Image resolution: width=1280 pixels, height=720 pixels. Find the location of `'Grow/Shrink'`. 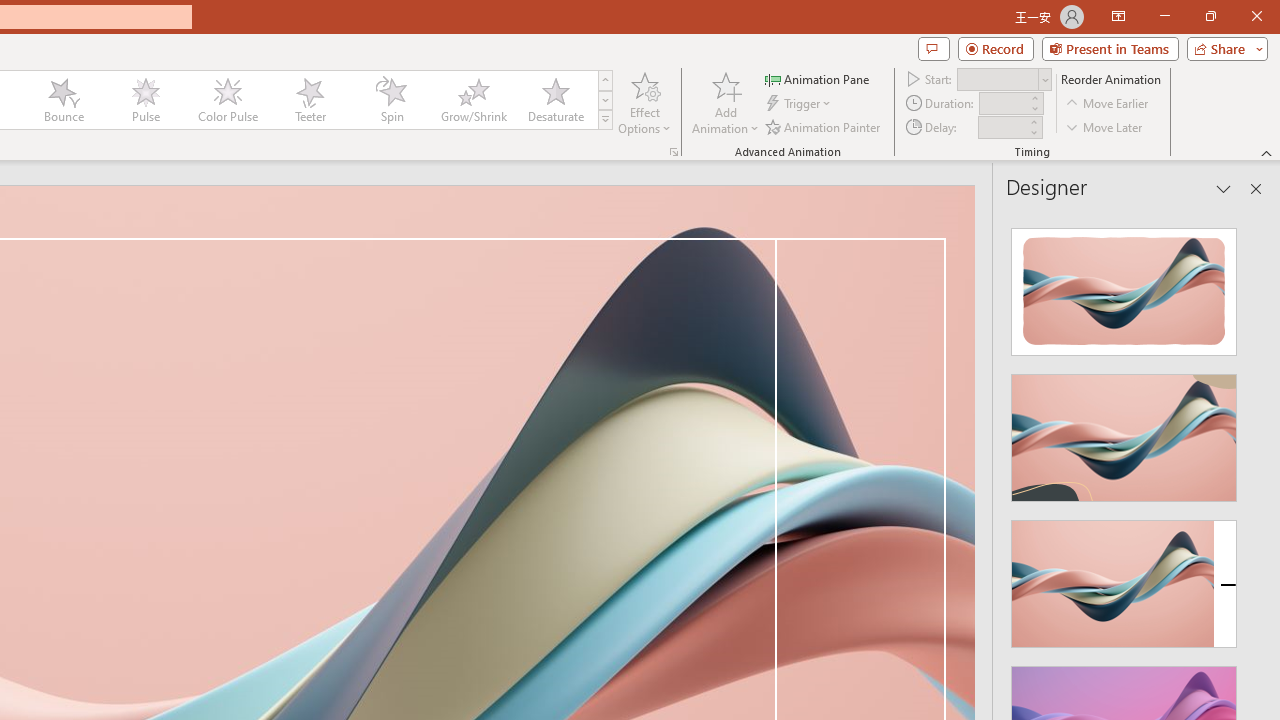

'Grow/Shrink' is located at coordinates (472, 100).